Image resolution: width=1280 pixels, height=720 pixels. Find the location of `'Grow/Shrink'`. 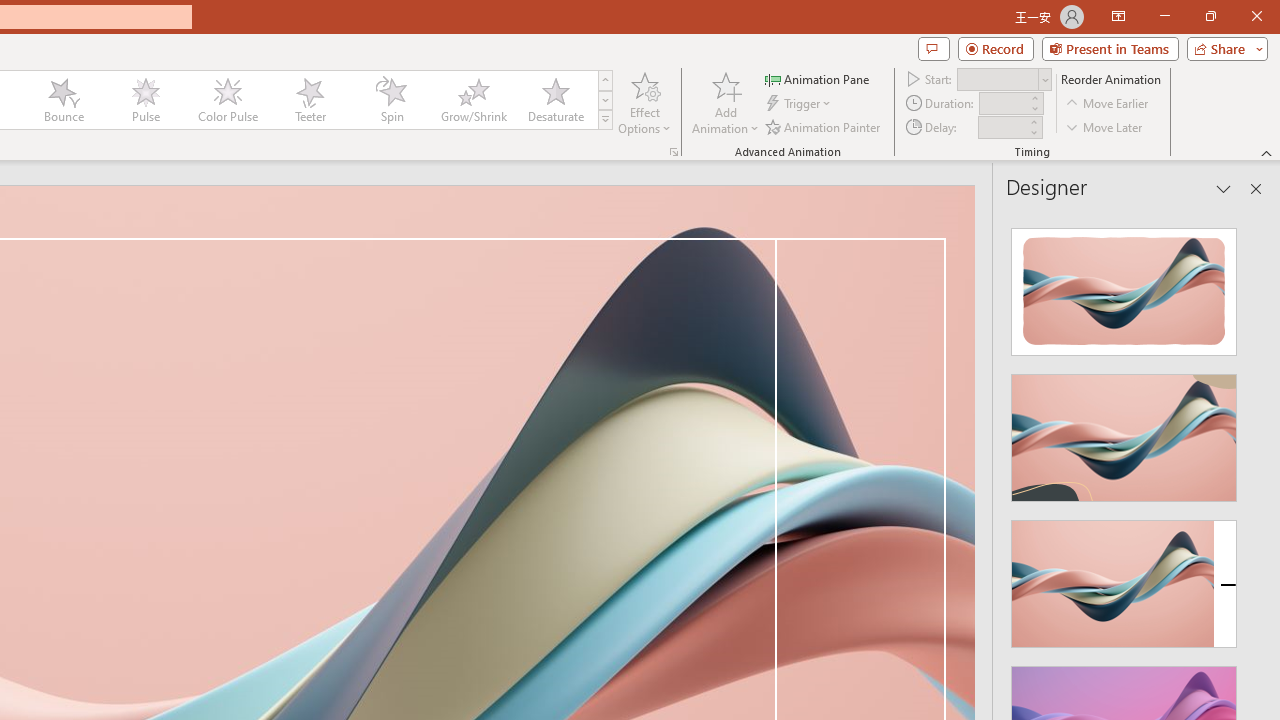

'Grow/Shrink' is located at coordinates (472, 100).